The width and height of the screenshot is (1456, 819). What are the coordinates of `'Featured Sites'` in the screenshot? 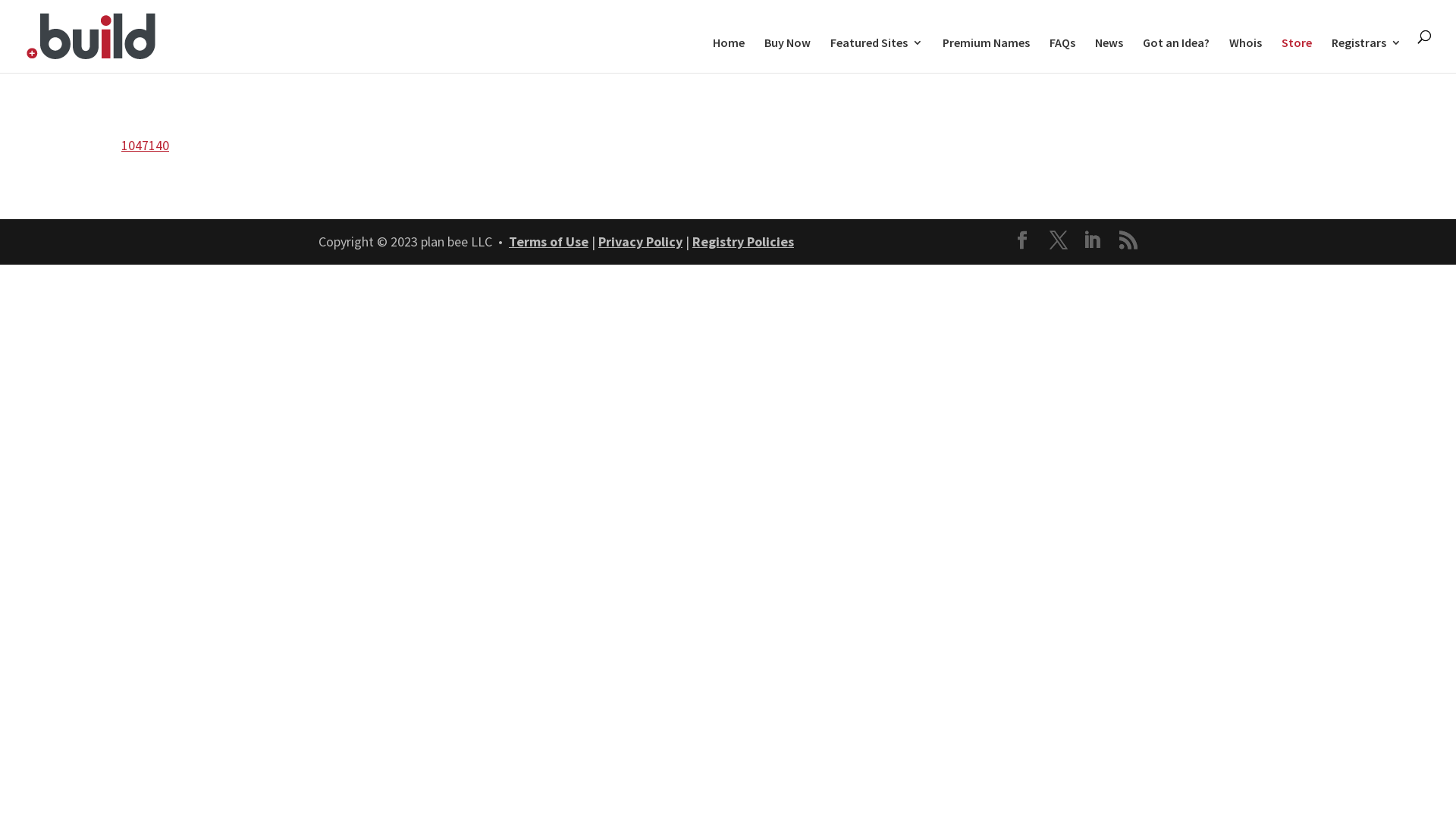 It's located at (877, 54).